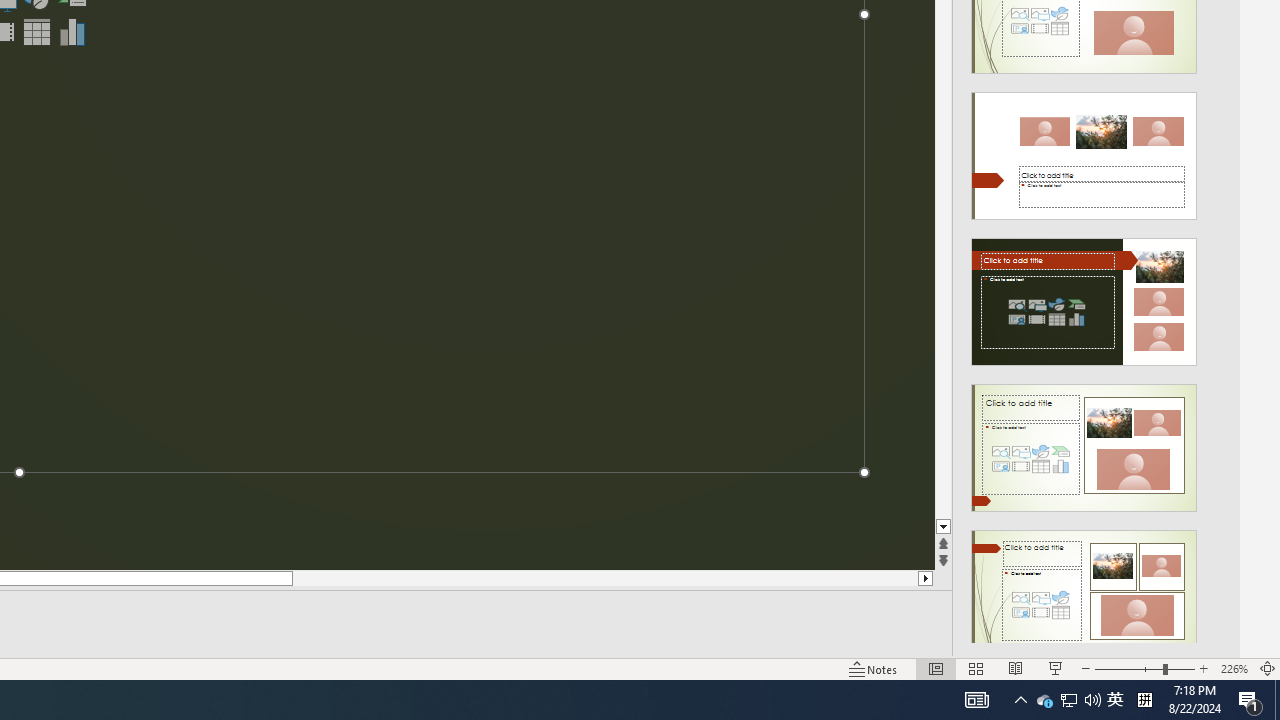  Describe the element at coordinates (73, 32) in the screenshot. I see `'Insert Chart'` at that location.